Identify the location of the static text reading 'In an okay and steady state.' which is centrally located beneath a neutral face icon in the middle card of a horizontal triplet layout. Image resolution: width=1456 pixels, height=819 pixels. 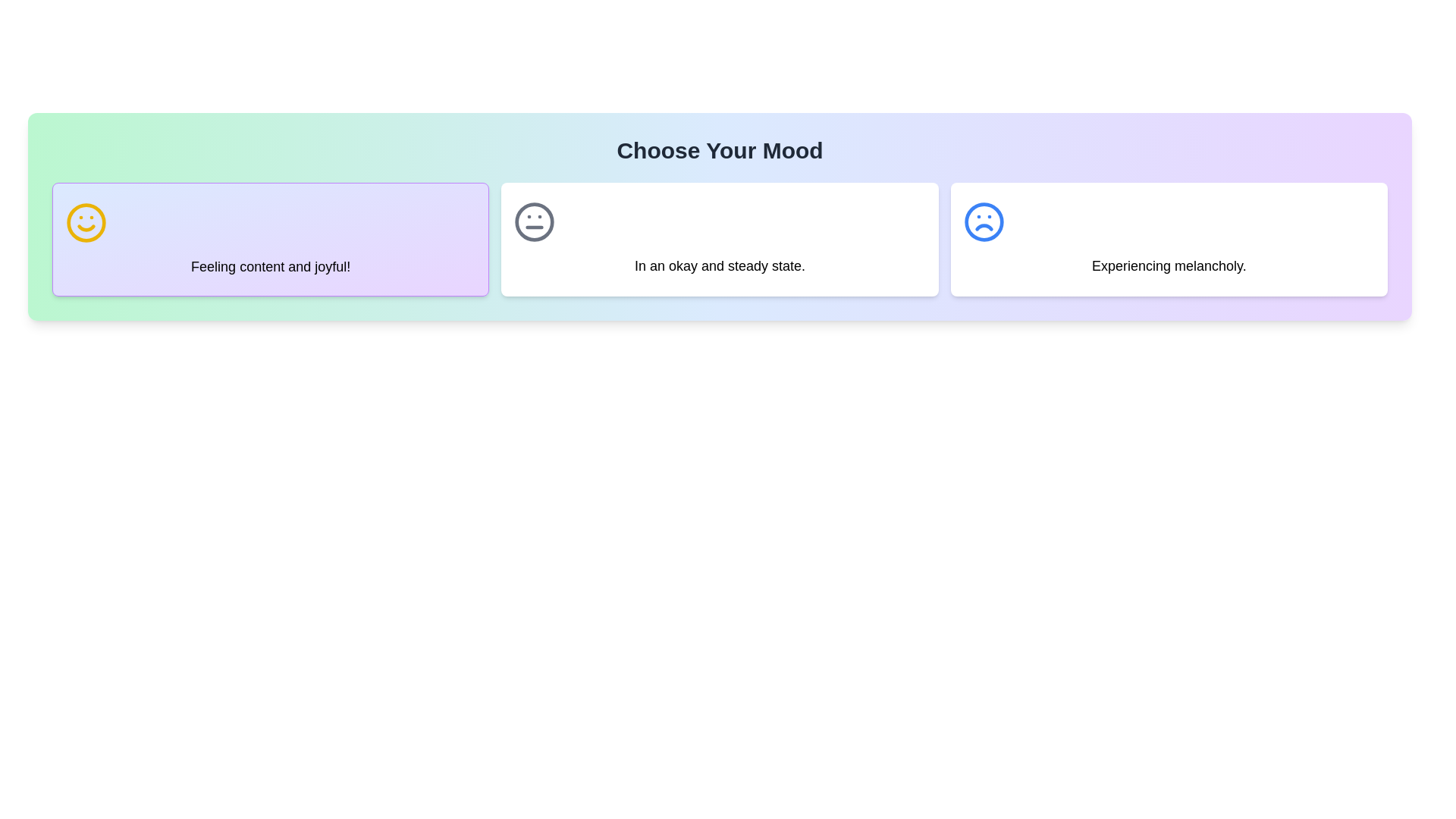
(719, 265).